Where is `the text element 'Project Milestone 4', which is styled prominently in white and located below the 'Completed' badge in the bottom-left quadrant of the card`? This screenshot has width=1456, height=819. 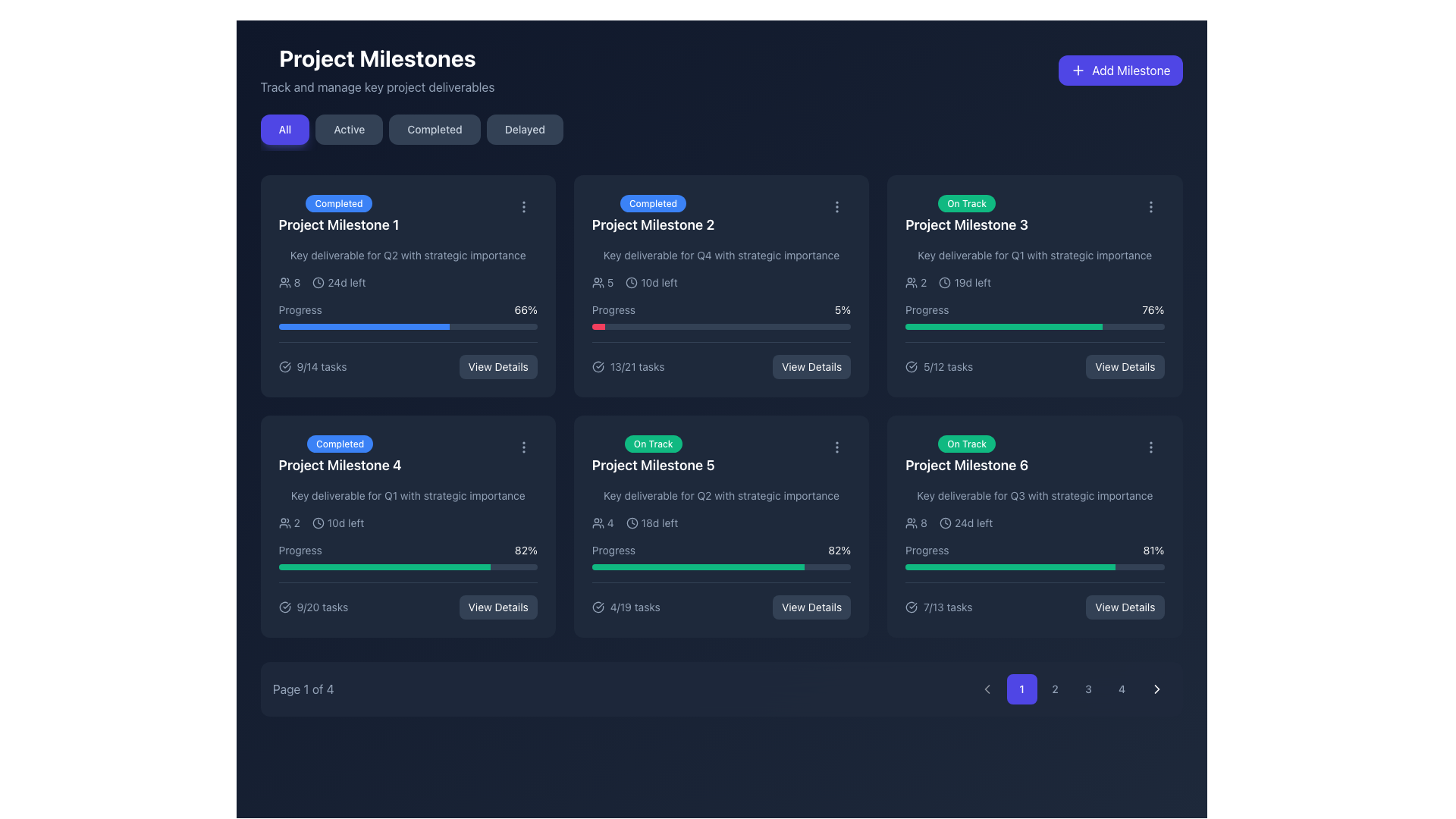 the text element 'Project Milestone 4', which is styled prominently in white and located below the 'Completed' badge in the bottom-left quadrant of the card is located at coordinates (339, 464).